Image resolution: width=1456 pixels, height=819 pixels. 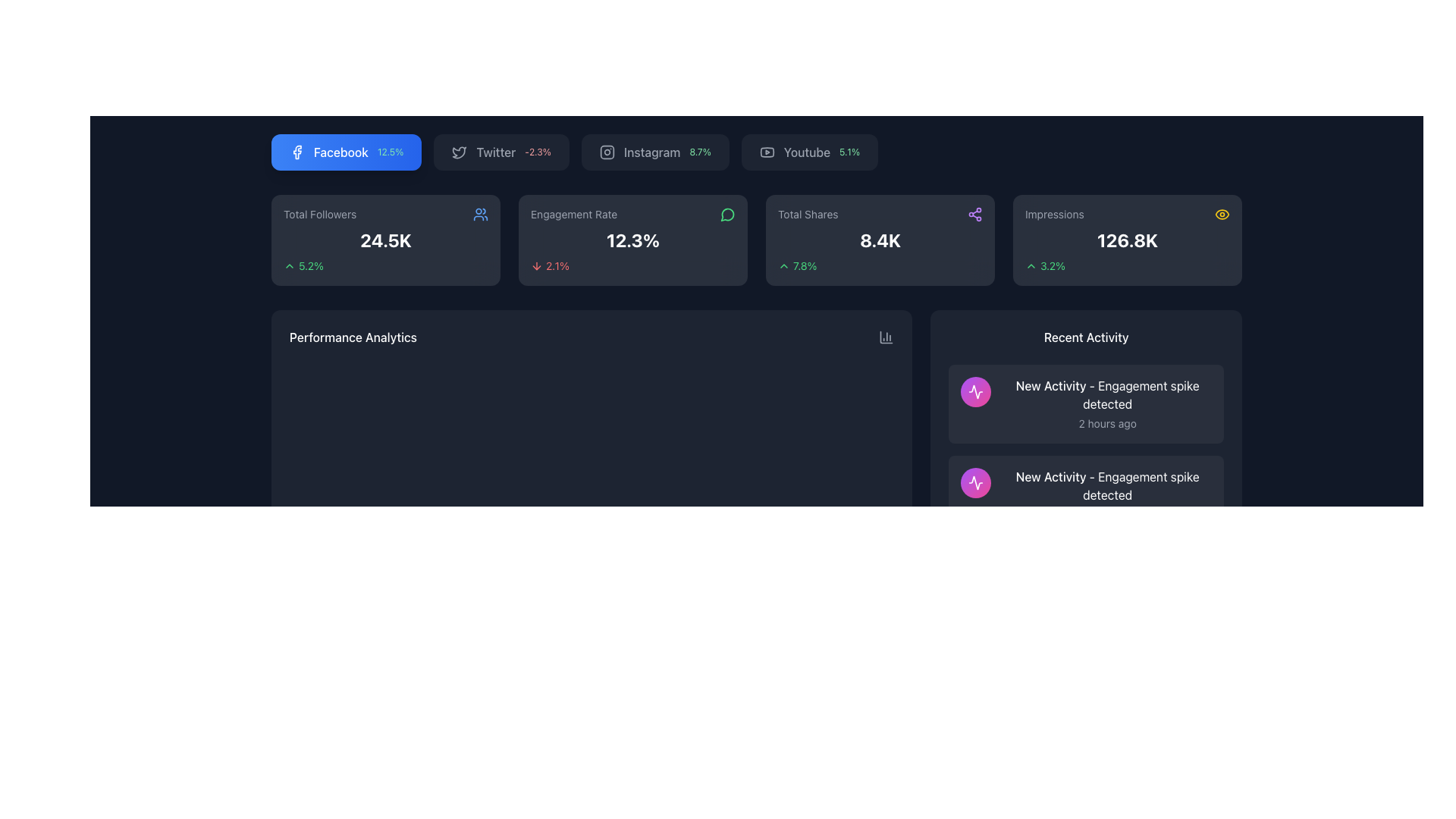 What do you see at coordinates (1128, 239) in the screenshot?
I see `text label displaying the count of impressions located in the middle section of the 'Impressions' card, positioned above a green percentage value` at bounding box center [1128, 239].